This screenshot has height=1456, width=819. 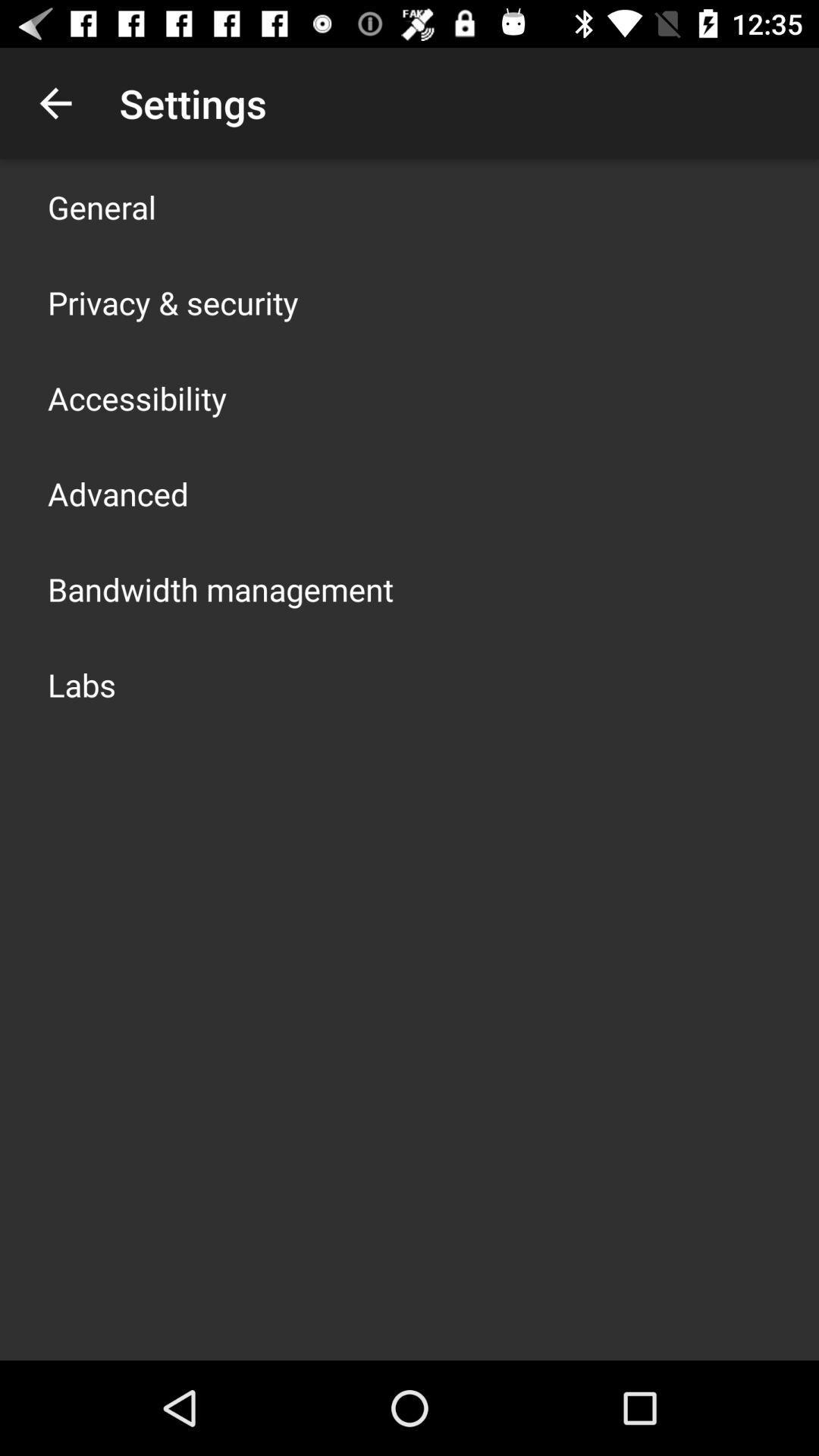 What do you see at coordinates (172, 302) in the screenshot?
I see `the privacy & security` at bounding box center [172, 302].